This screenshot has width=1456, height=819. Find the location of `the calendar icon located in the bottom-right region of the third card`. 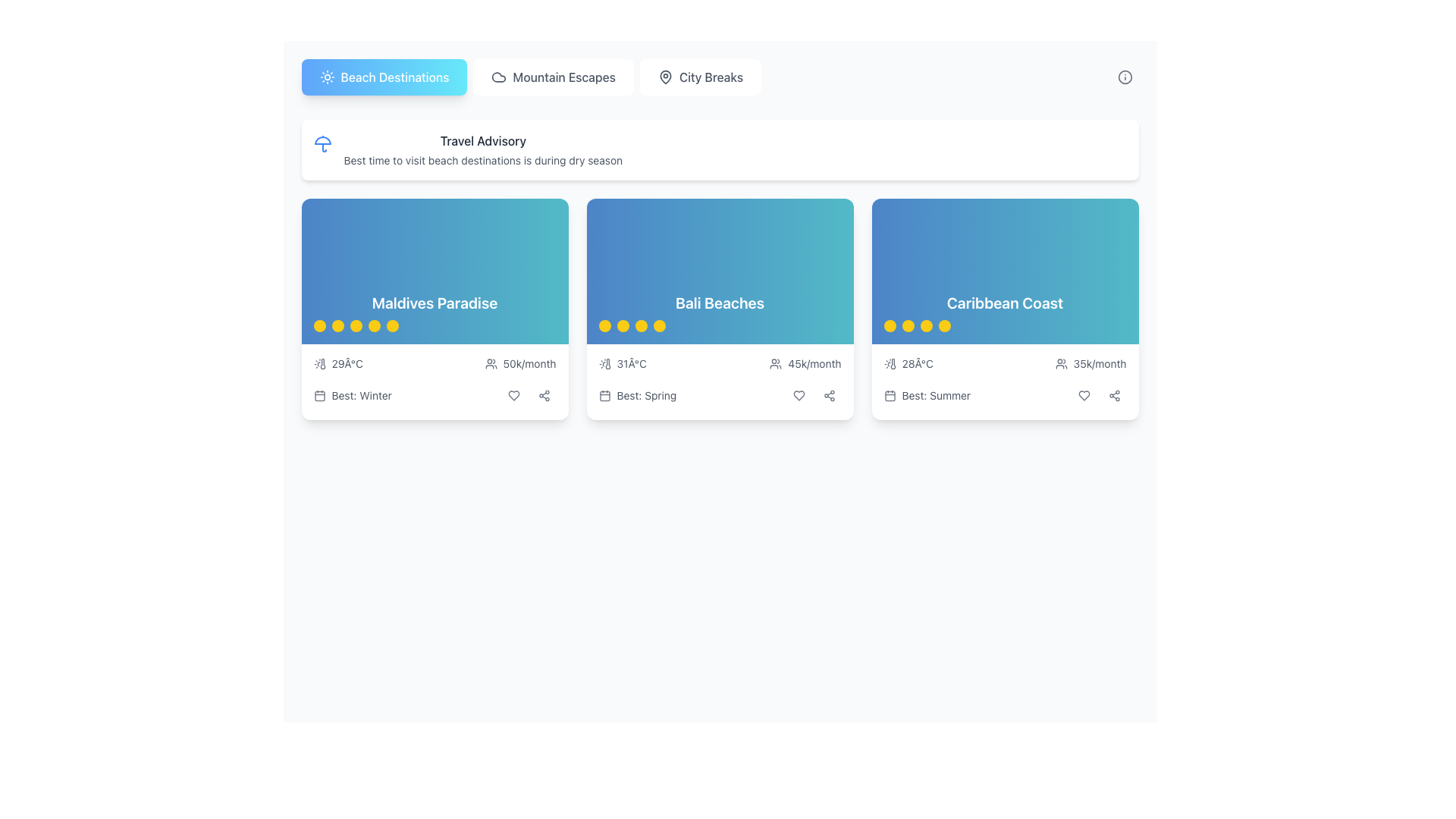

the calendar icon located in the bottom-right region of the third card is located at coordinates (890, 394).